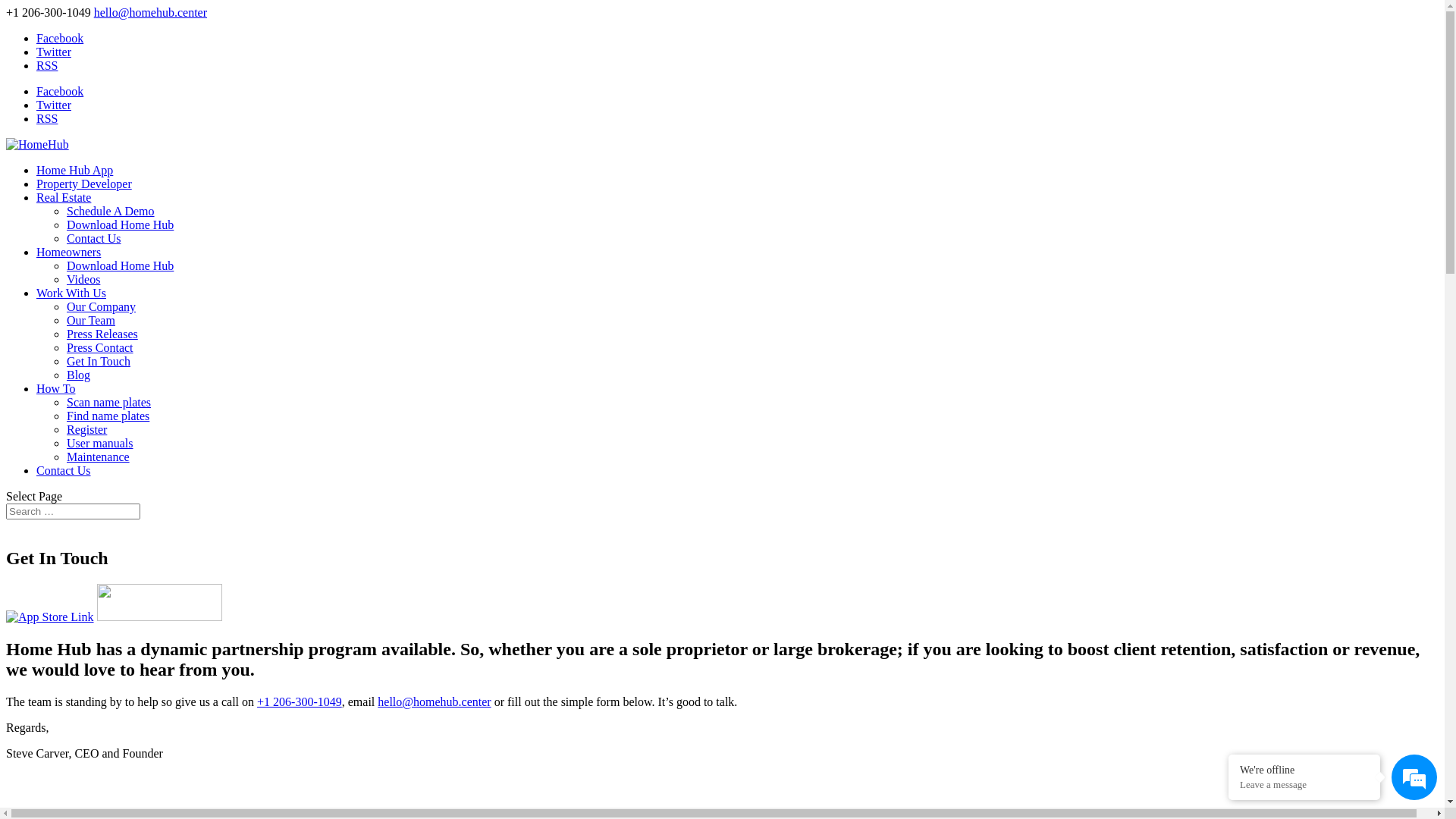 This screenshot has width=1456, height=819. What do you see at coordinates (59, 37) in the screenshot?
I see `'Facebook'` at bounding box center [59, 37].